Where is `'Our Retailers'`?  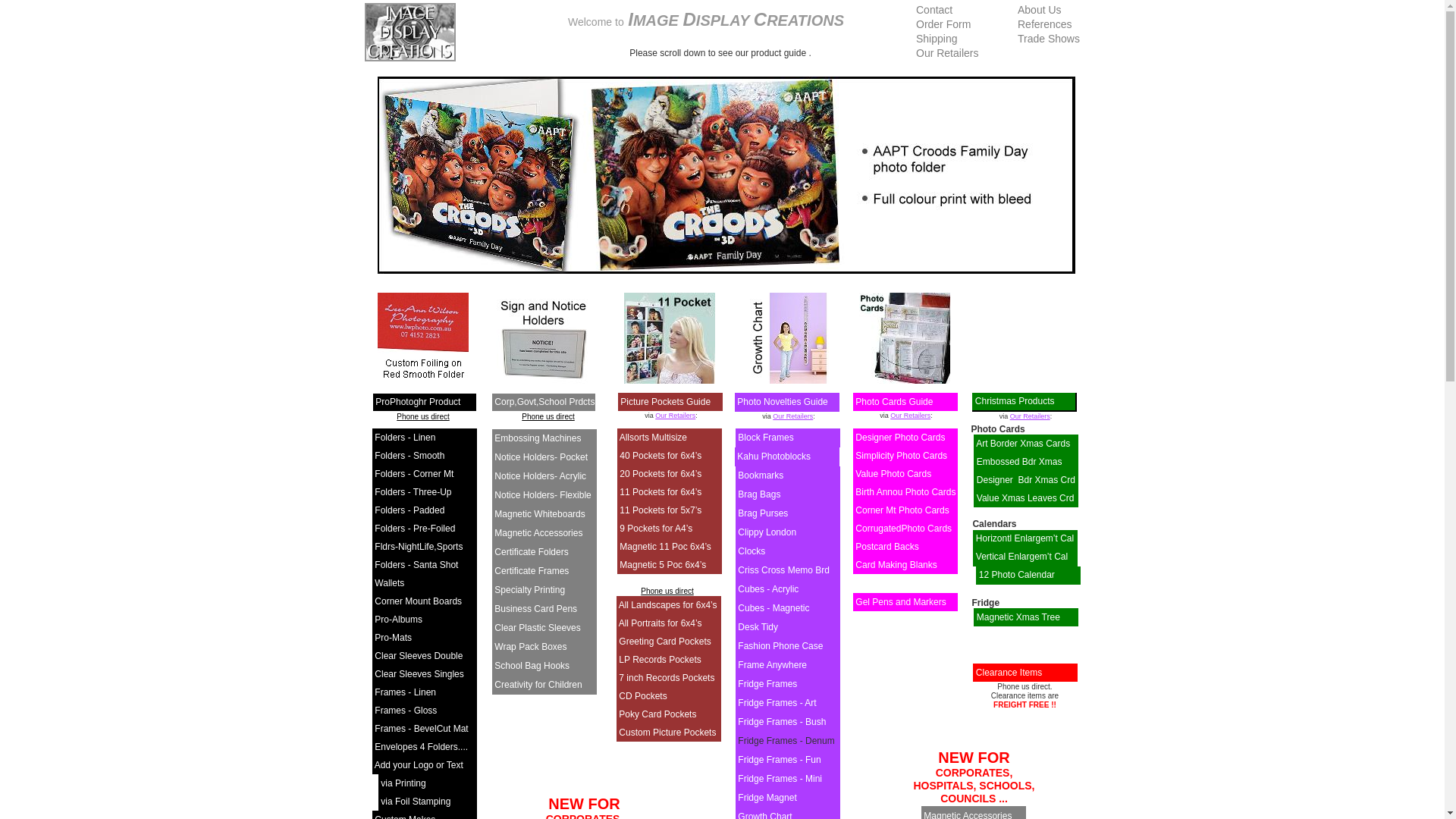
'Our Retailers' is located at coordinates (792, 416).